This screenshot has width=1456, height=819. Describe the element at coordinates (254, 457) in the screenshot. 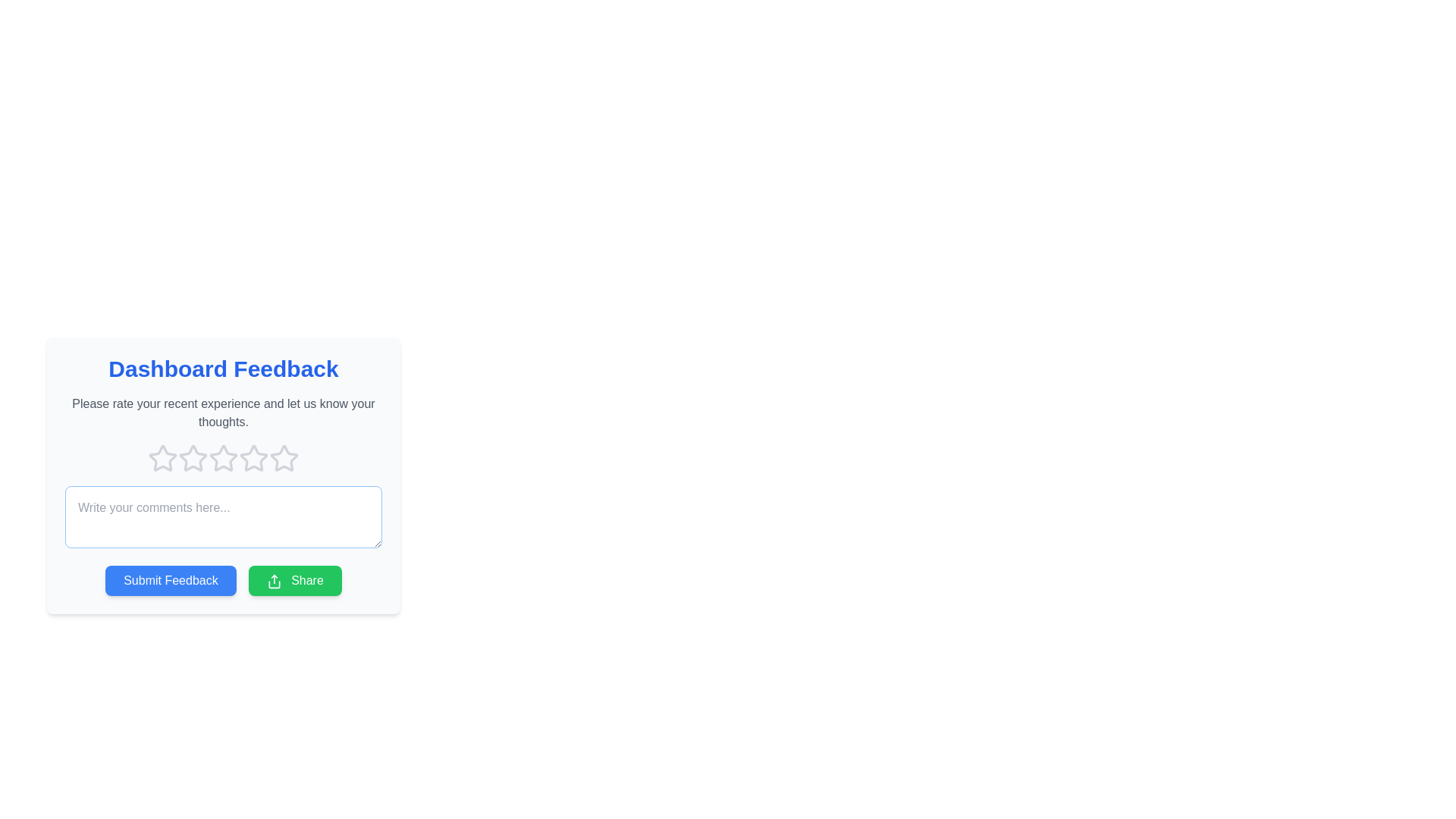

I see `the third star icon from the left in the horizontal row of five stars in the 'Dashboard Feedback' section` at that location.